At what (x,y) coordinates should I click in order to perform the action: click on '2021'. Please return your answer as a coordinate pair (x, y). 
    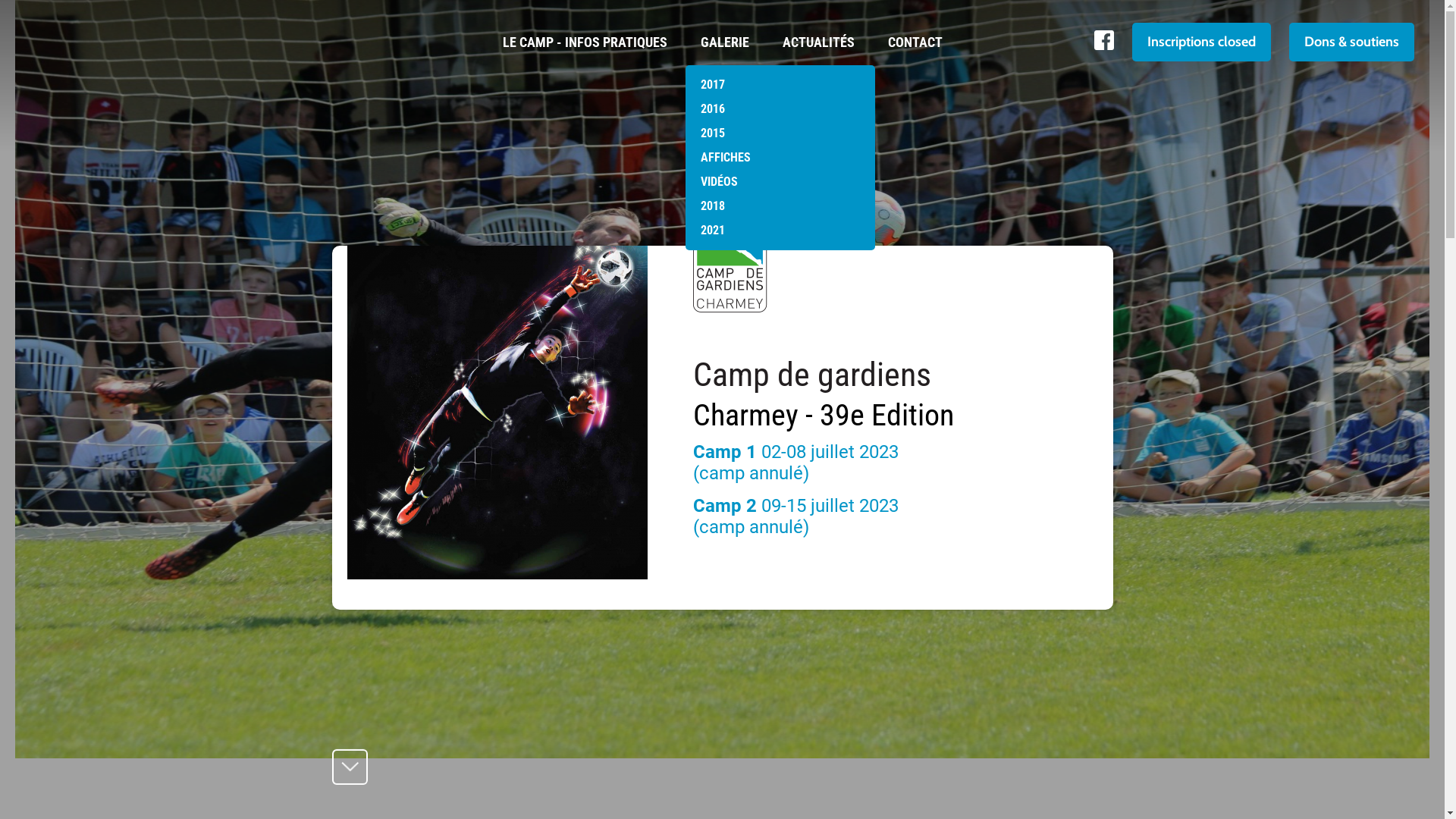
    Looking at the image, I should click on (780, 231).